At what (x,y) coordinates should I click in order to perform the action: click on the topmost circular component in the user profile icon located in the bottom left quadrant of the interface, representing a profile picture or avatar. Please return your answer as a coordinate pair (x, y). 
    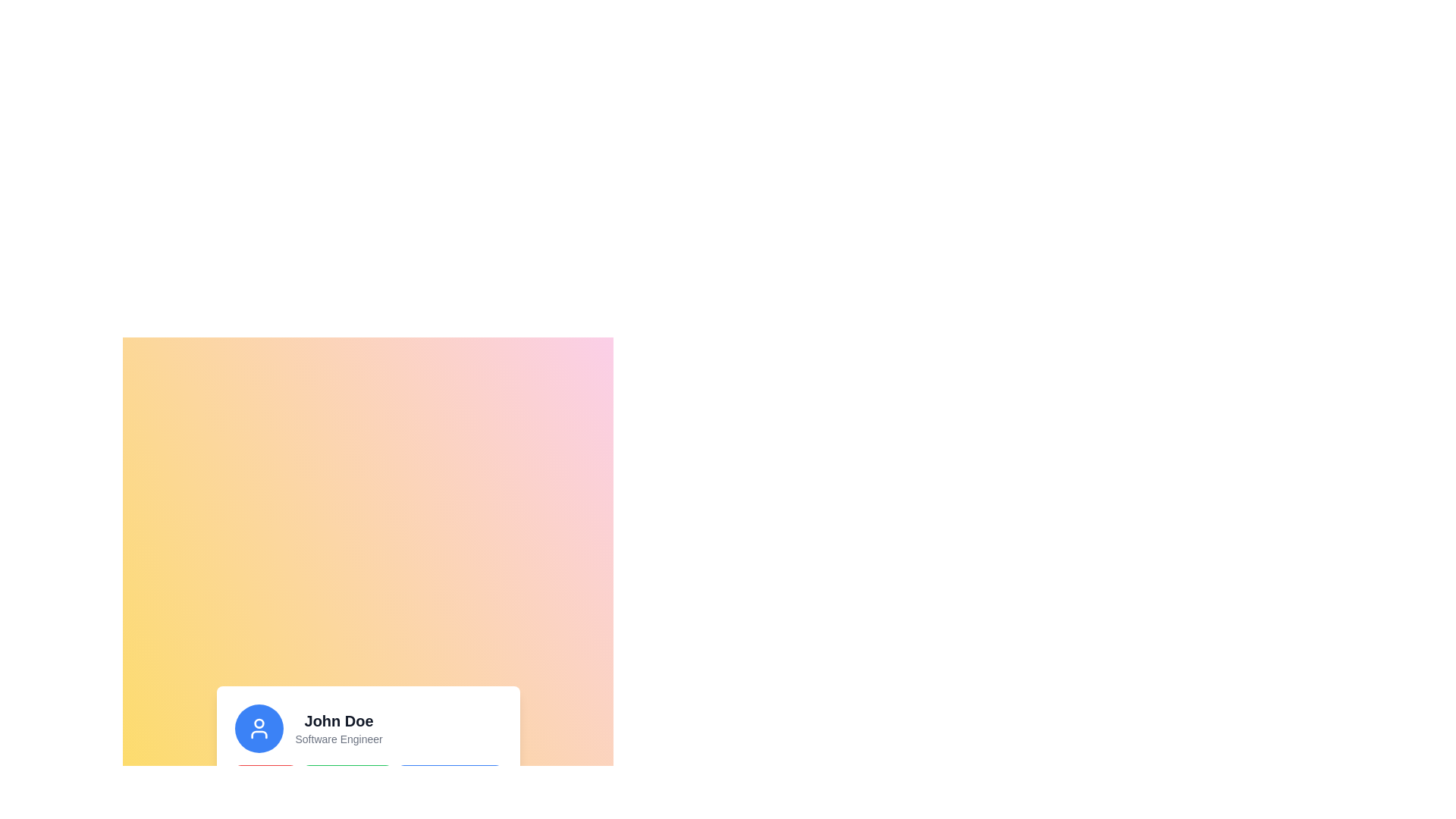
    Looking at the image, I should click on (259, 723).